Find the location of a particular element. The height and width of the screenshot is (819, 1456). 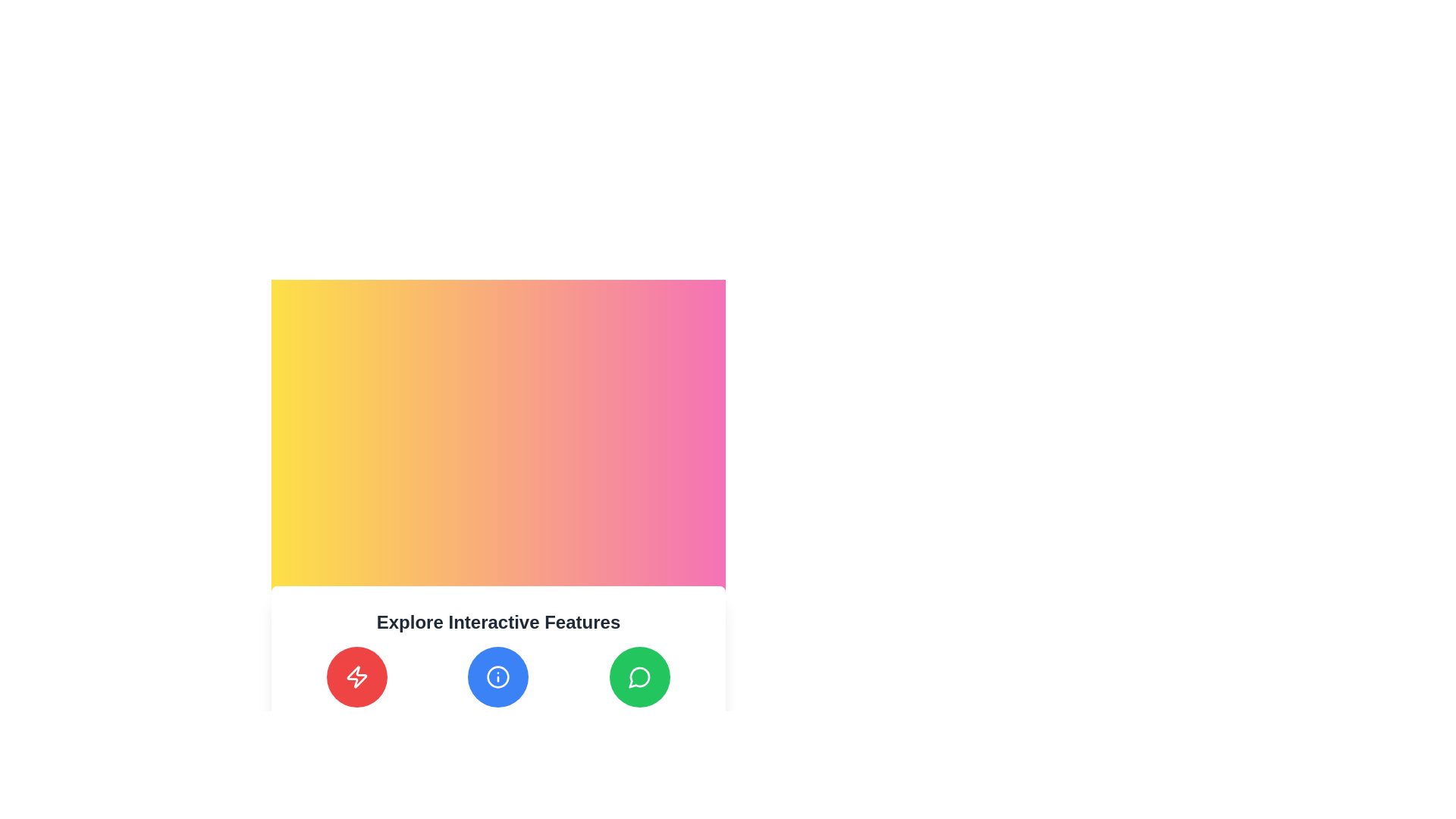

the middle circular icon that represents an information-related action, positioned between the red and green circles is located at coordinates (498, 676).